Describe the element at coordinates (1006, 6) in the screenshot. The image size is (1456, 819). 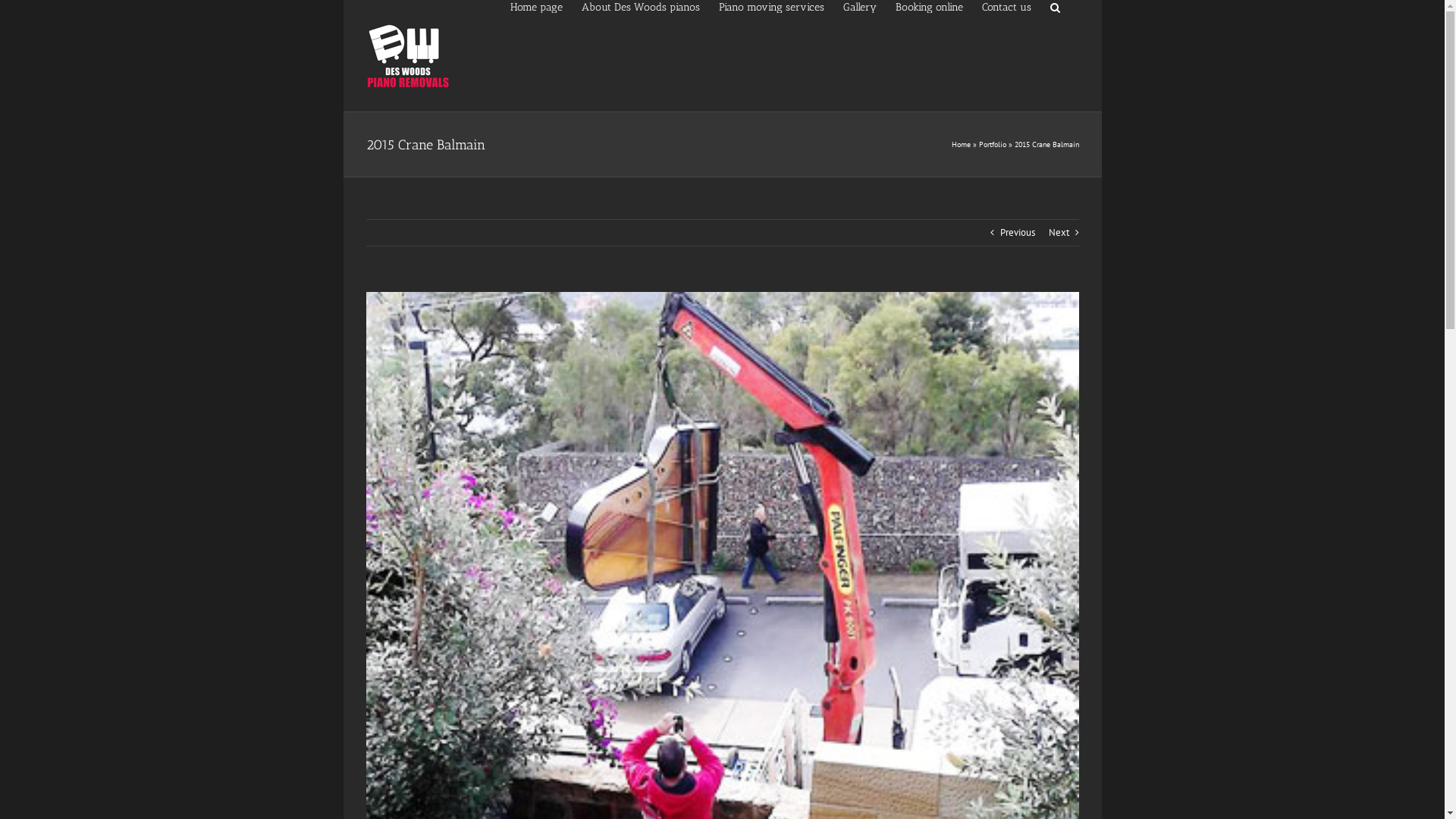
I see `'Contact us'` at that location.